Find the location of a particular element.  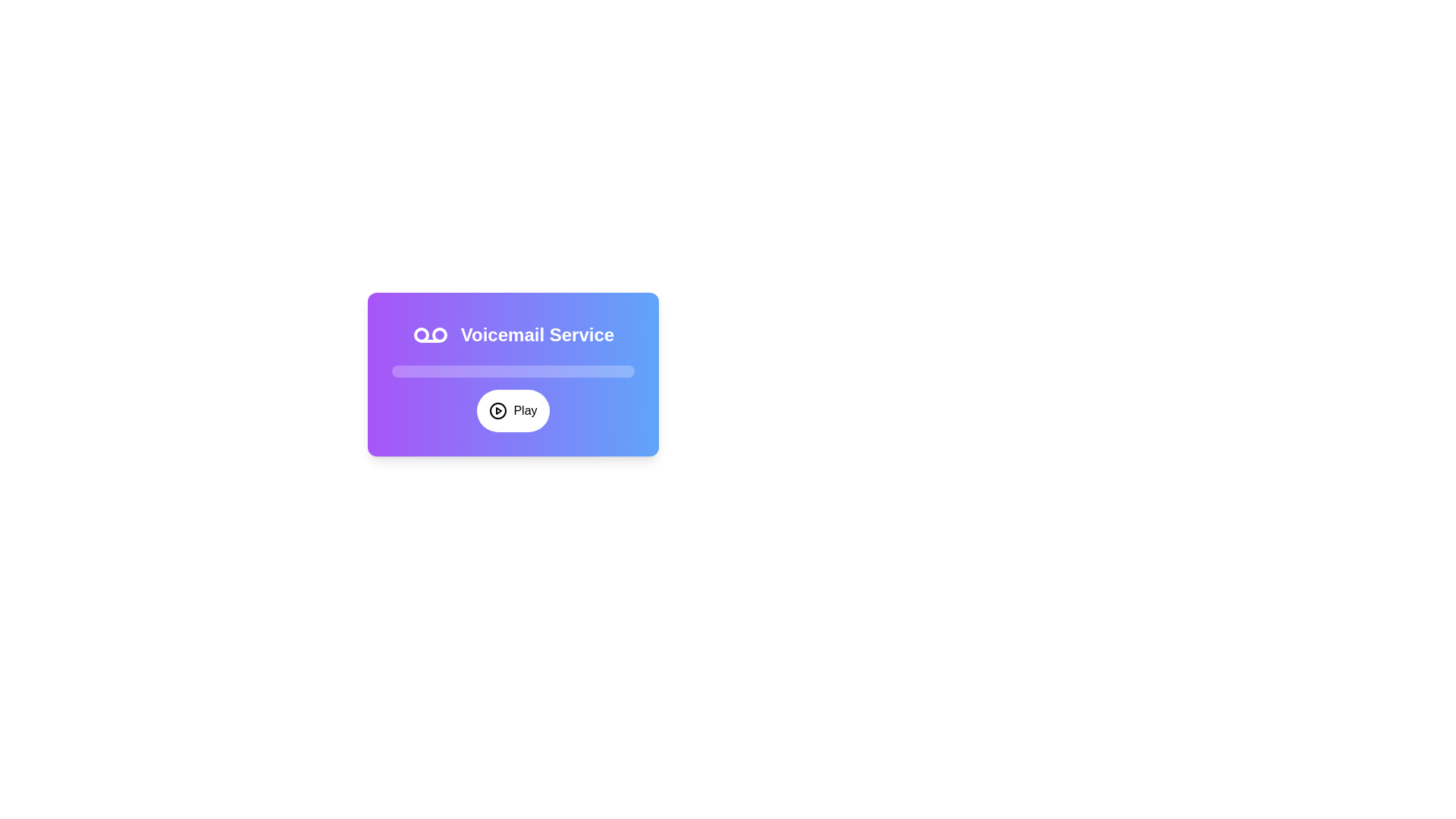

the voicemail playback button, which is centered horizontally below the progress bar within a gradient card transitioning from purple to blue is located at coordinates (513, 411).